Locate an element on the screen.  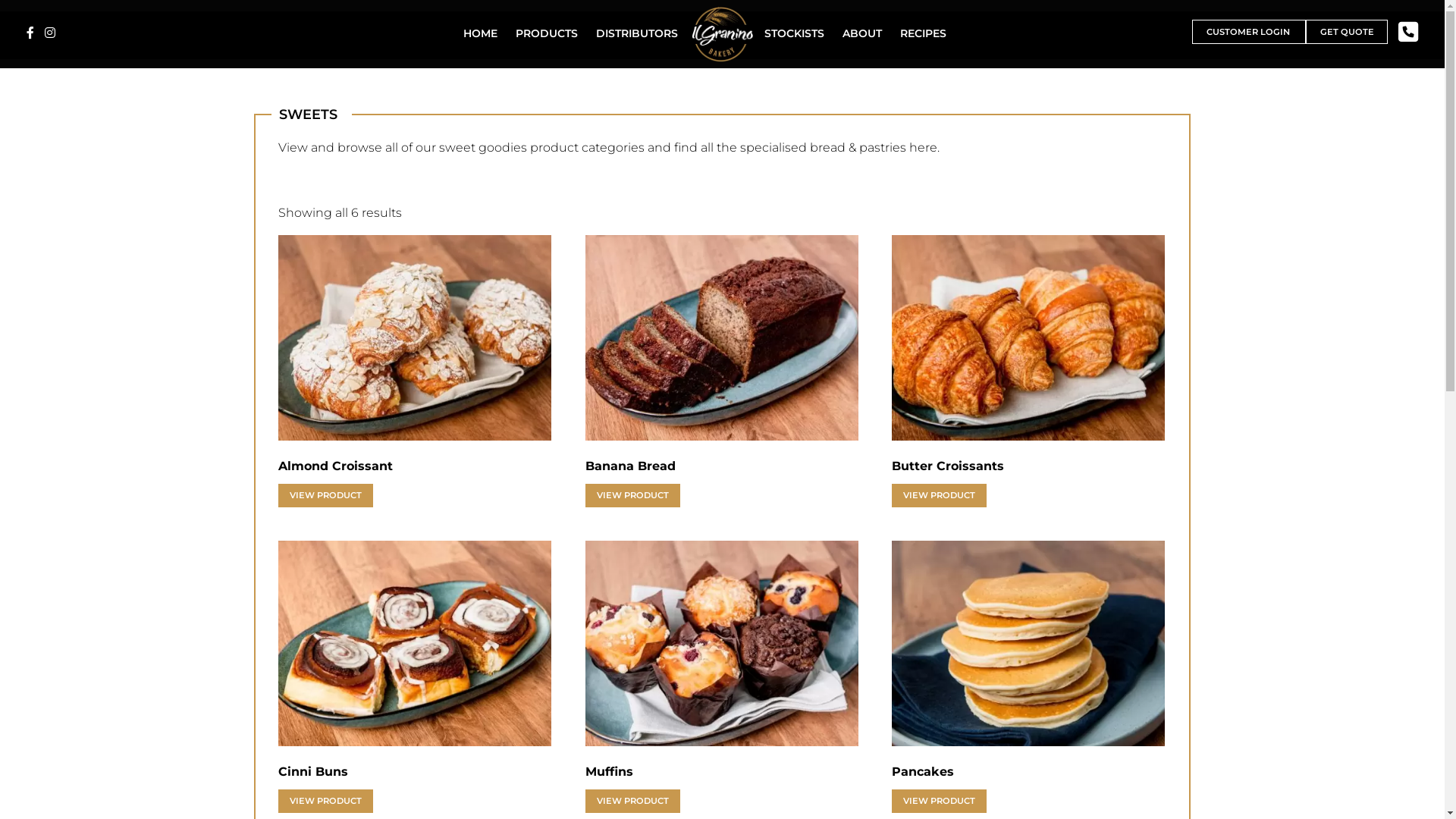
'STOCKISTS' is located at coordinates (761, 33).